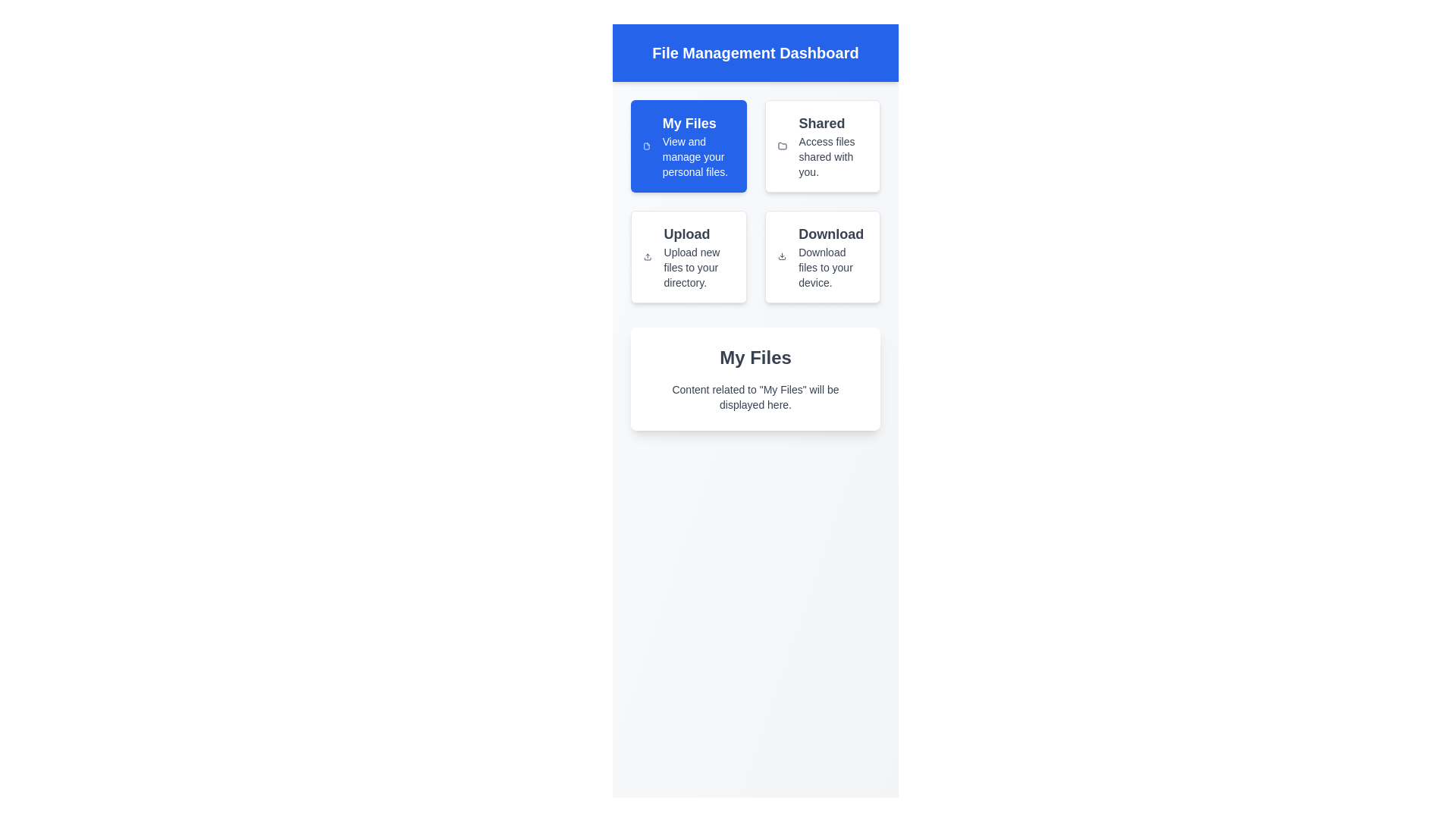 The width and height of the screenshot is (1456, 819). Describe the element at coordinates (832, 234) in the screenshot. I see `the 'Download' text element displayed in bold within a rectangular card, located in the second column of the second row of a grid layout` at that location.